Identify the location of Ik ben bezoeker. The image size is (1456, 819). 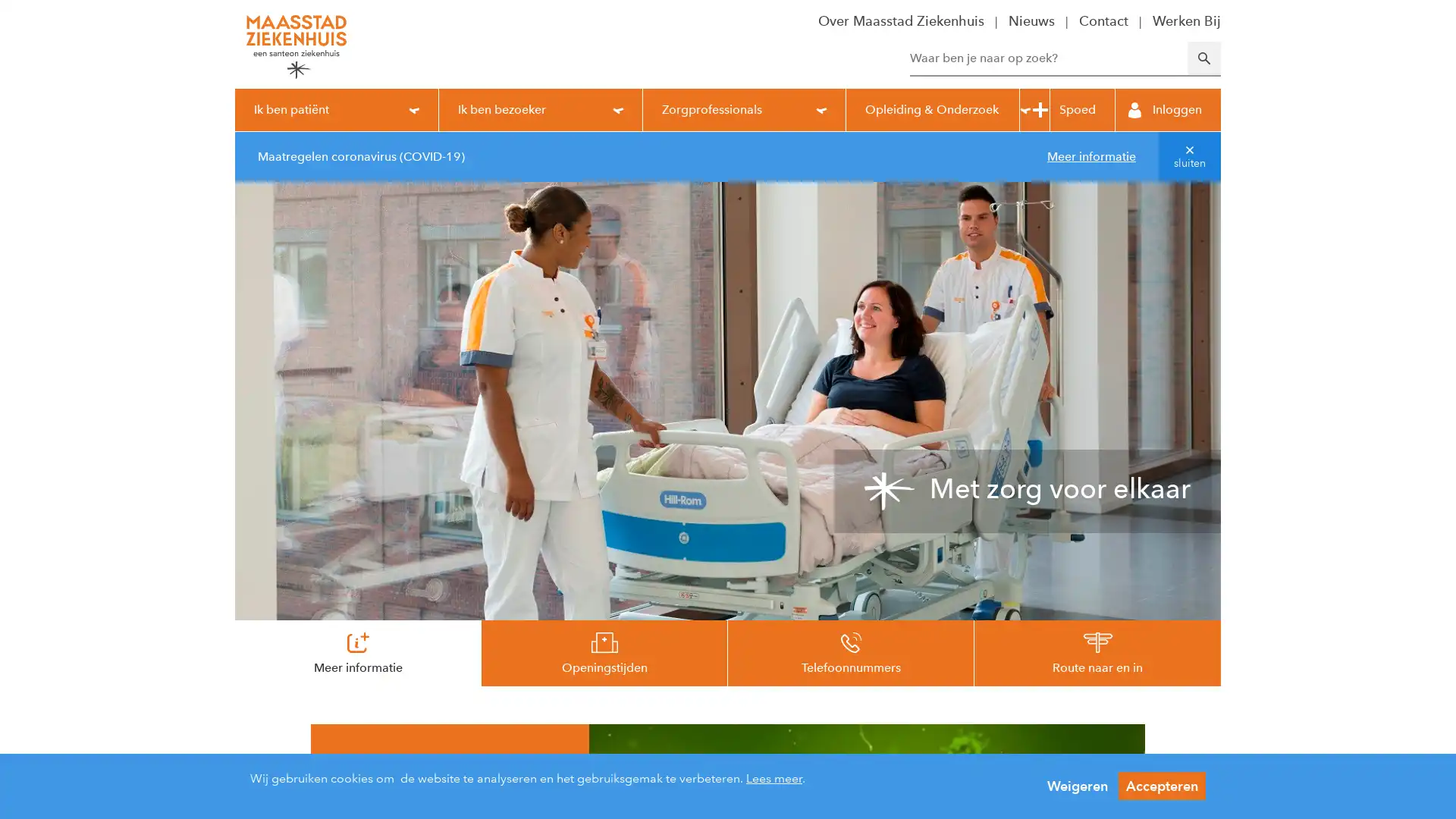
(539, 109).